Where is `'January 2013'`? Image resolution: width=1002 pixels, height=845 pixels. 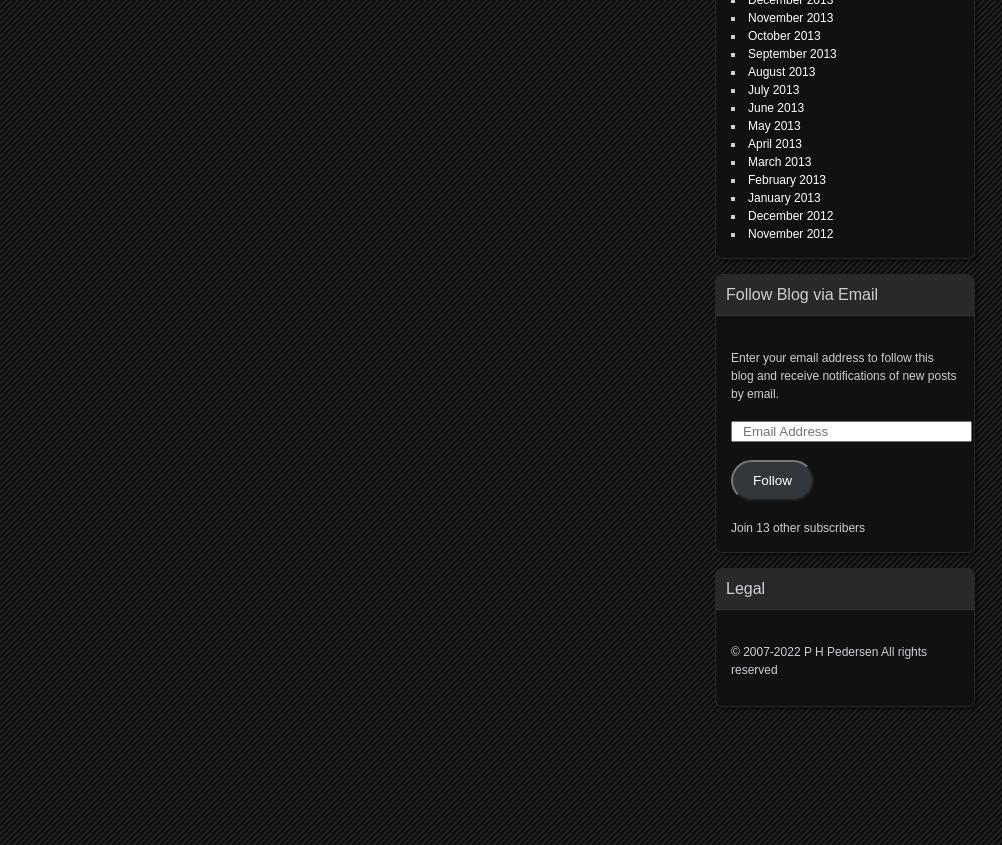 'January 2013' is located at coordinates (782, 196).